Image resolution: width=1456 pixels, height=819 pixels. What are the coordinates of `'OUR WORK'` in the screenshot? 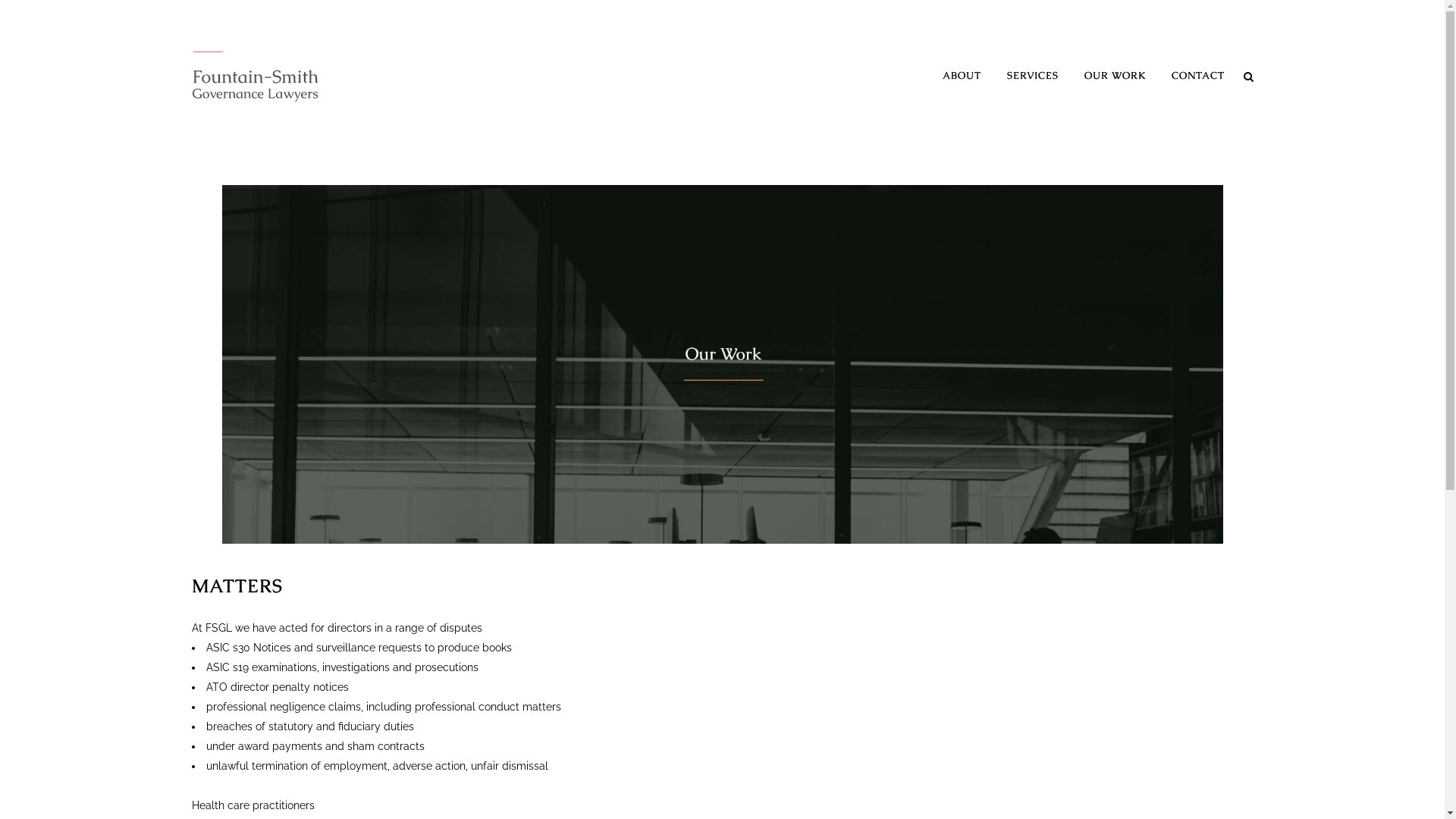 It's located at (1114, 76).